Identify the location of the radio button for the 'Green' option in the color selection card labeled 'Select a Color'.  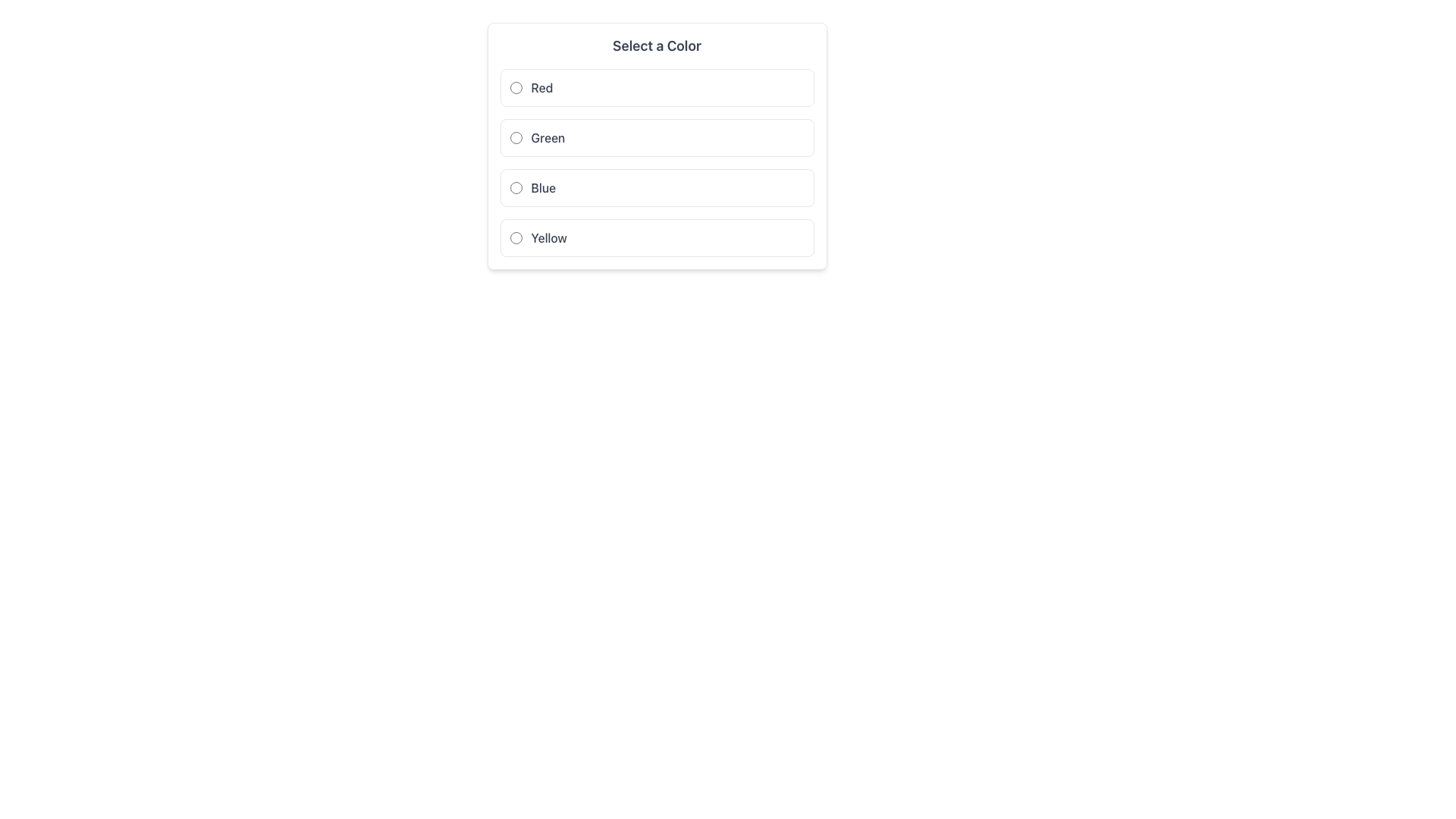
(657, 146).